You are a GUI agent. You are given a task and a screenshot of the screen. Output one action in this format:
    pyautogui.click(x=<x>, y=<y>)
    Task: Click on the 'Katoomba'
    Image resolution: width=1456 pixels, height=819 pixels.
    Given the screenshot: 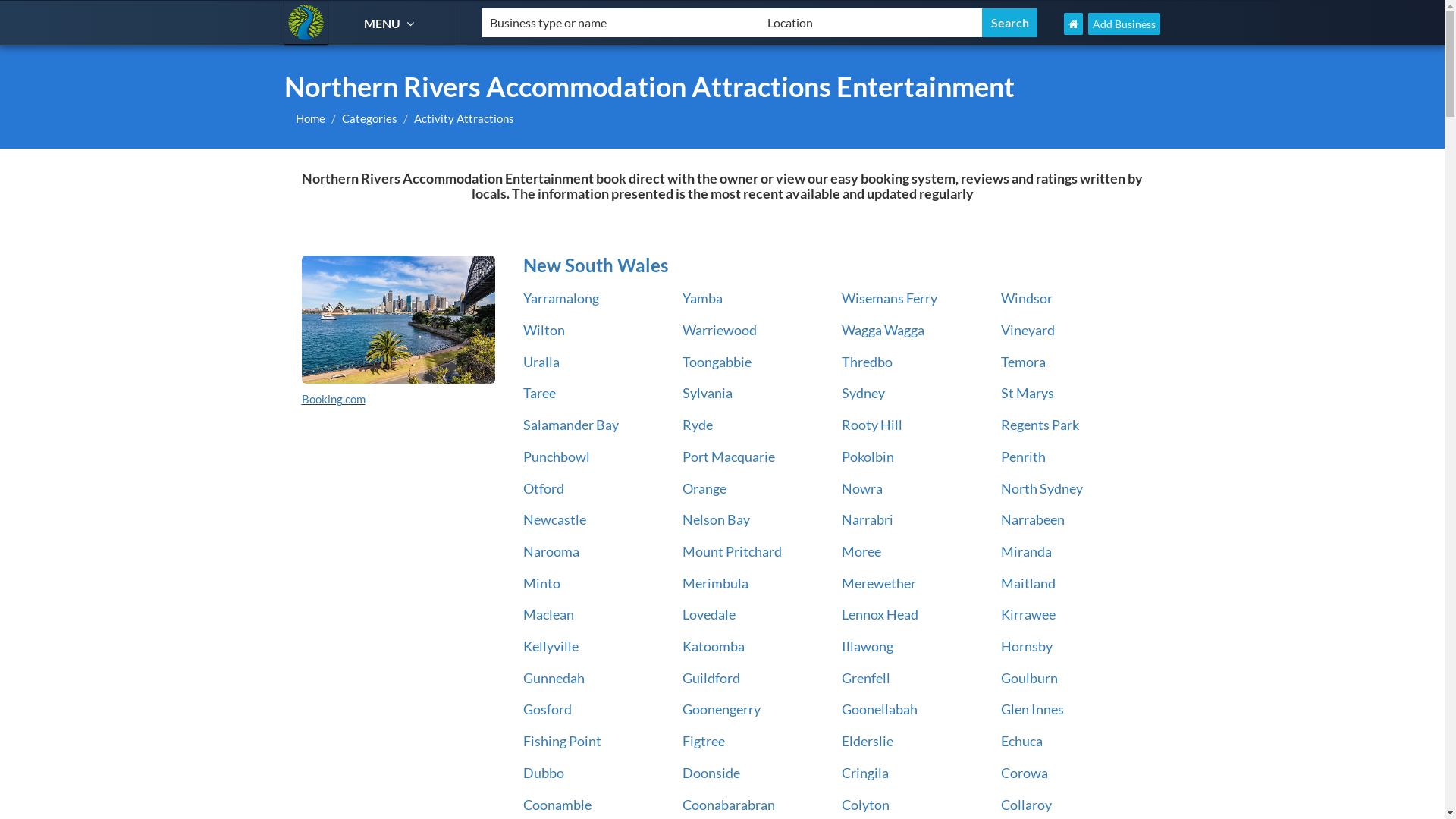 What is the action you would take?
    pyautogui.click(x=712, y=646)
    